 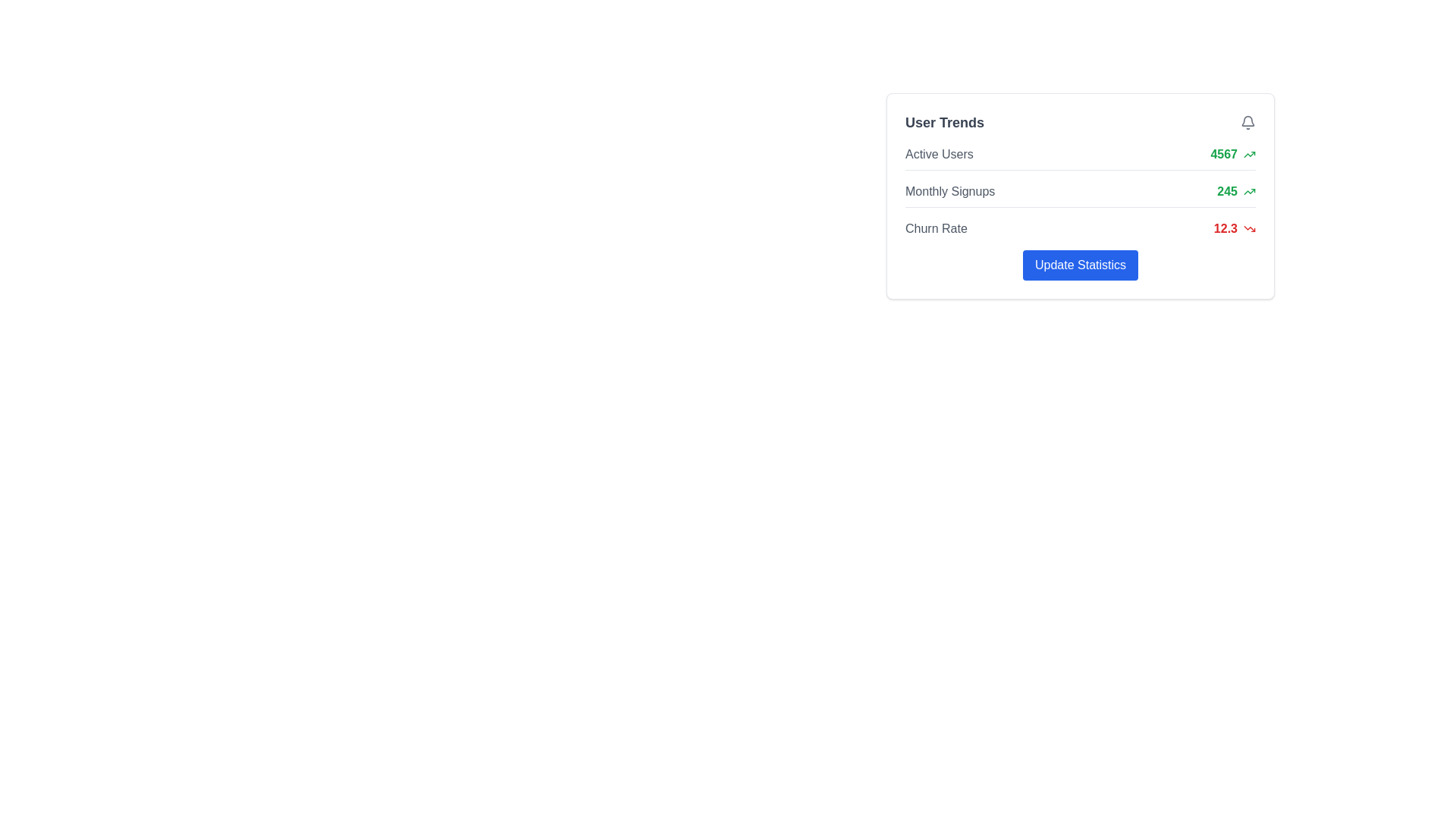 What do you see at coordinates (1249, 228) in the screenshot?
I see `the icon that signifies a negative trend associated with the churn rate of 12.3, located immediately to the right of the 'Churn Rate' label within the 'User Trends' card` at bounding box center [1249, 228].